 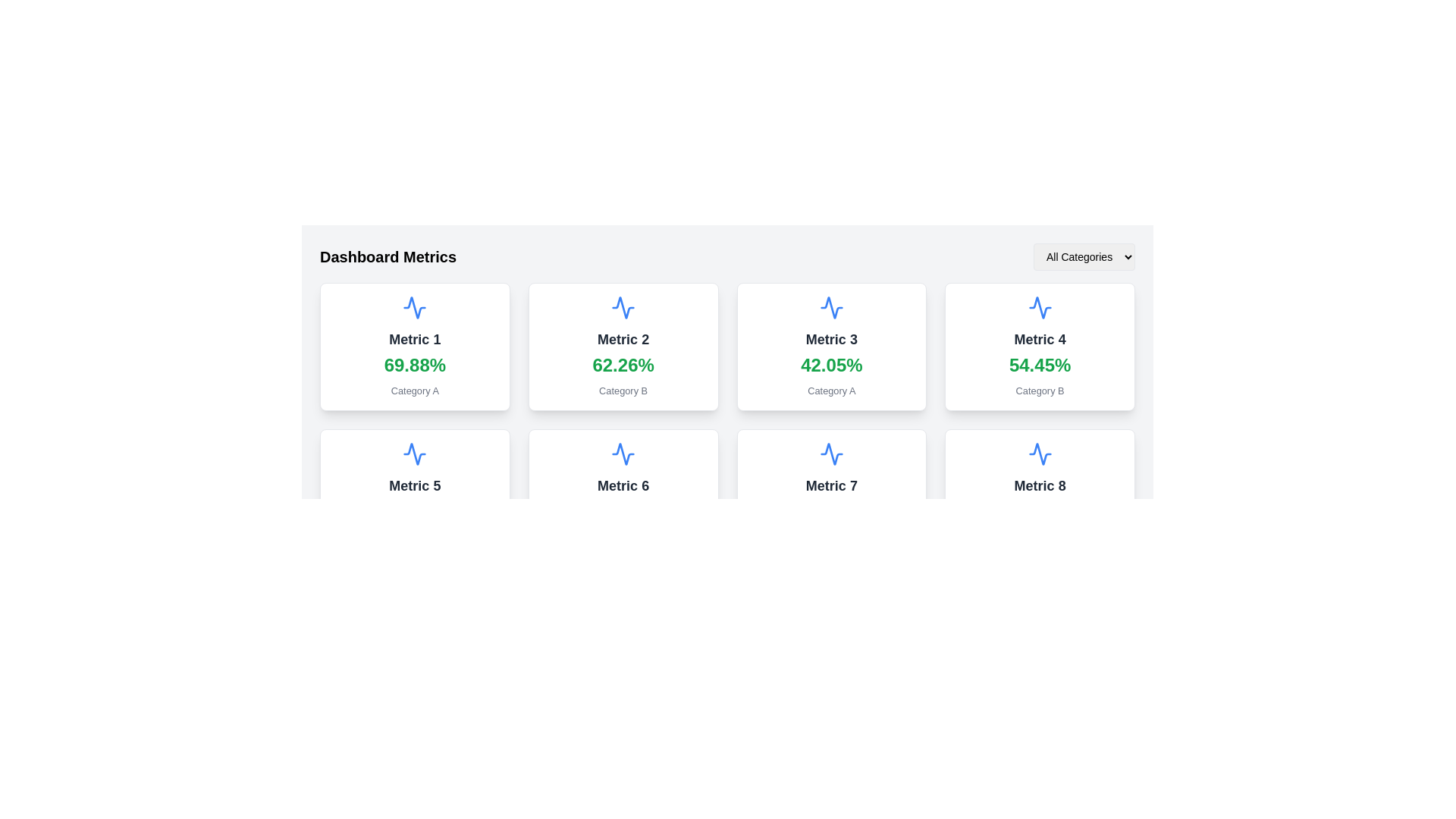 What do you see at coordinates (623, 390) in the screenshot?
I see `the Text label displaying the category for 'Metric 2' located at the bottom of its respective card in the Dashboard Metrics section` at bounding box center [623, 390].